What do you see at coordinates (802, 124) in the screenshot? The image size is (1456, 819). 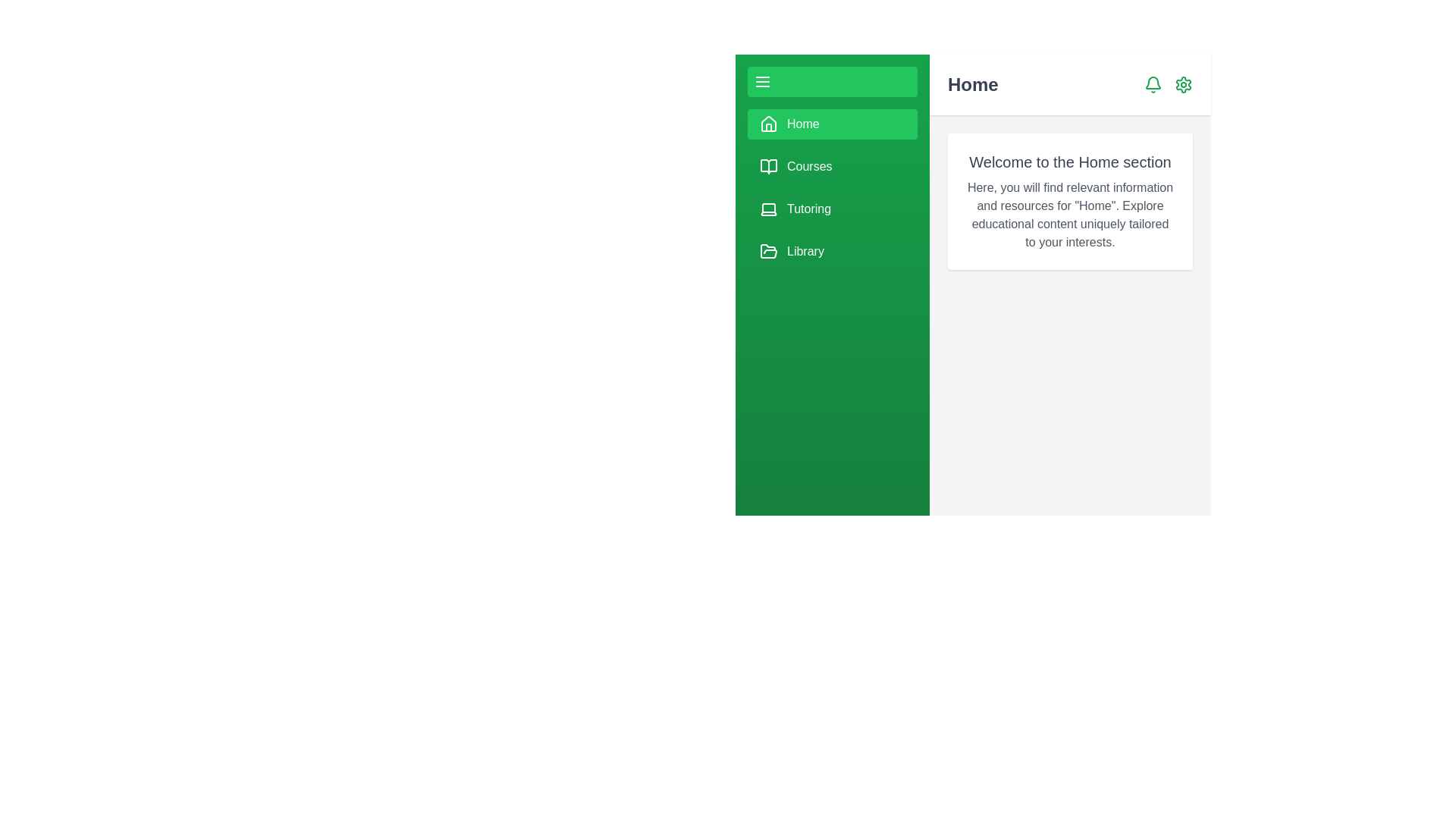 I see `the 'Home' text label in the navigation menu, which is displayed in white text over a green background` at bounding box center [802, 124].